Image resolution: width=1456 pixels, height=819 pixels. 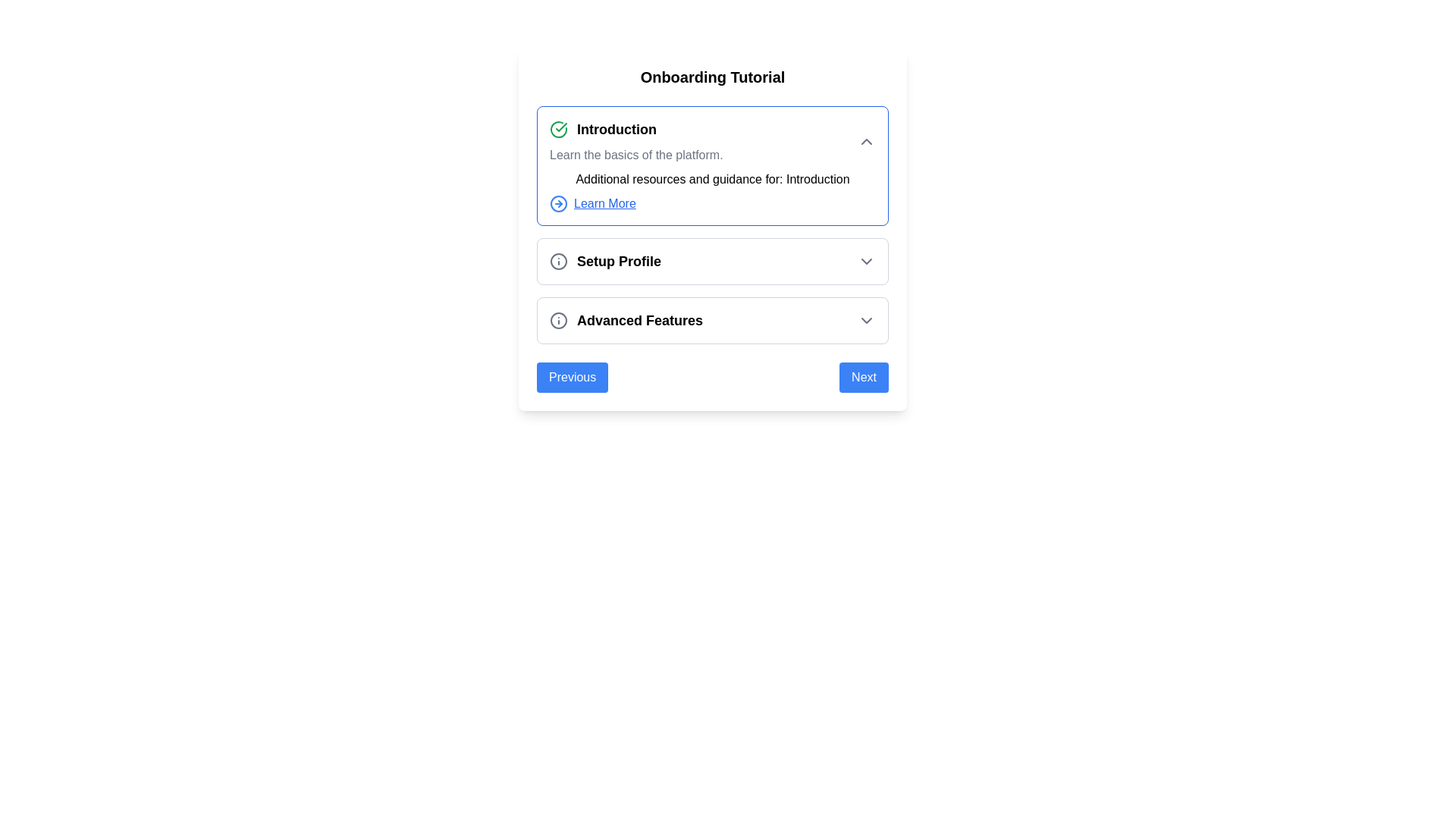 I want to click on the text label displaying 'Onboarding Tutorial' which is styled with bold and large font size, located at the top of a rectangular white panel, so click(x=712, y=77).